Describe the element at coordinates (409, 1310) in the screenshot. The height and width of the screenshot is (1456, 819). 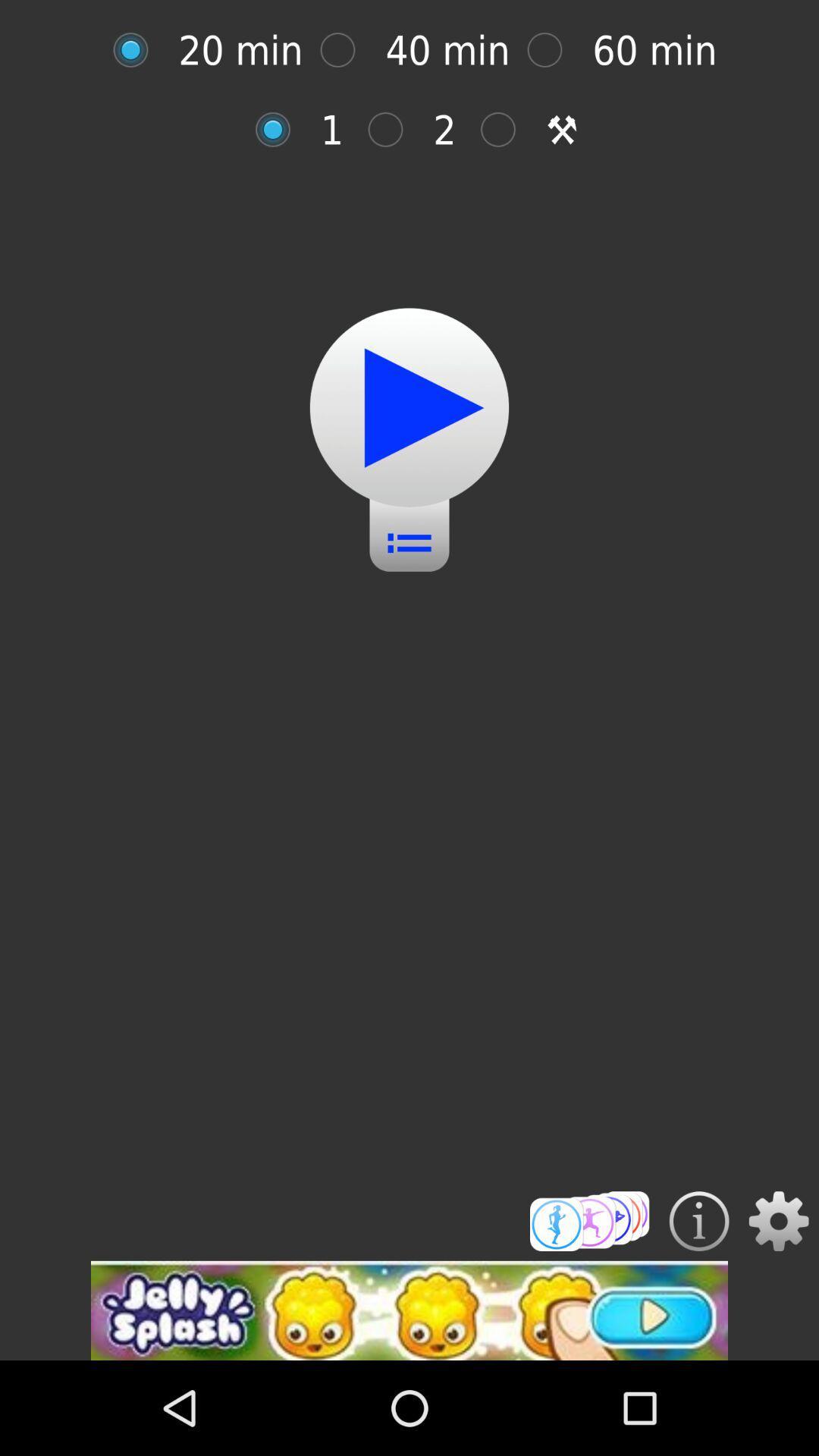
I see `the advertisement` at that location.